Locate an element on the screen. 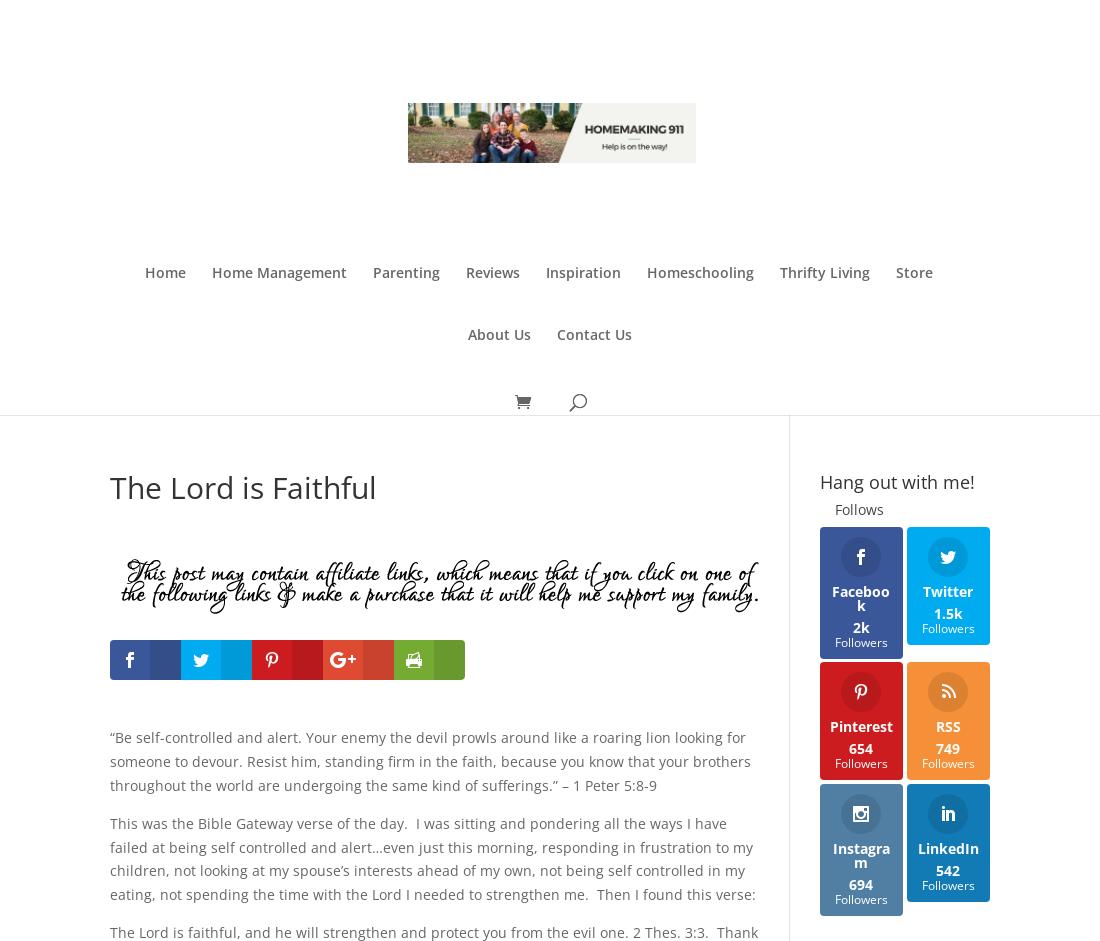 Image resolution: width=1100 pixels, height=941 pixels. 'The Lord is Faithful' is located at coordinates (110, 485).